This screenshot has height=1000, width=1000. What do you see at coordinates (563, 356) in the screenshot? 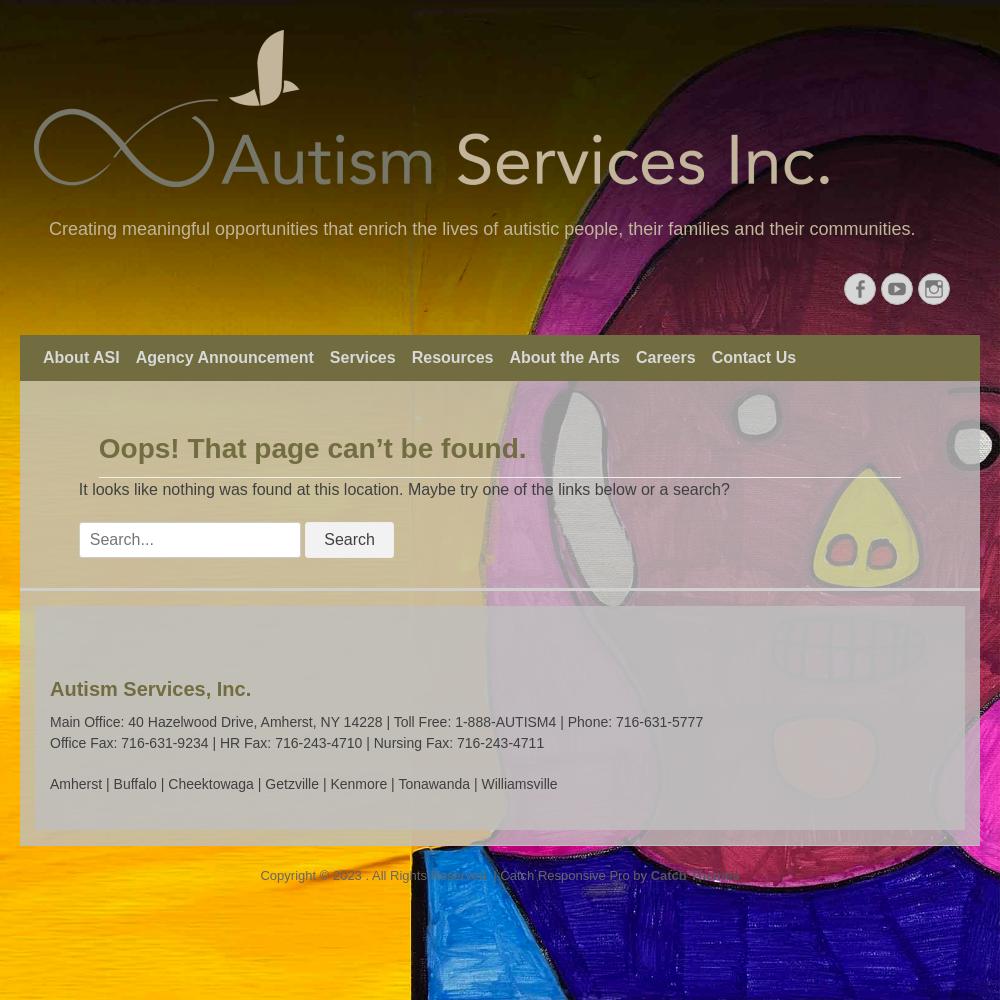
I see `'About the Arts'` at bounding box center [563, 356].